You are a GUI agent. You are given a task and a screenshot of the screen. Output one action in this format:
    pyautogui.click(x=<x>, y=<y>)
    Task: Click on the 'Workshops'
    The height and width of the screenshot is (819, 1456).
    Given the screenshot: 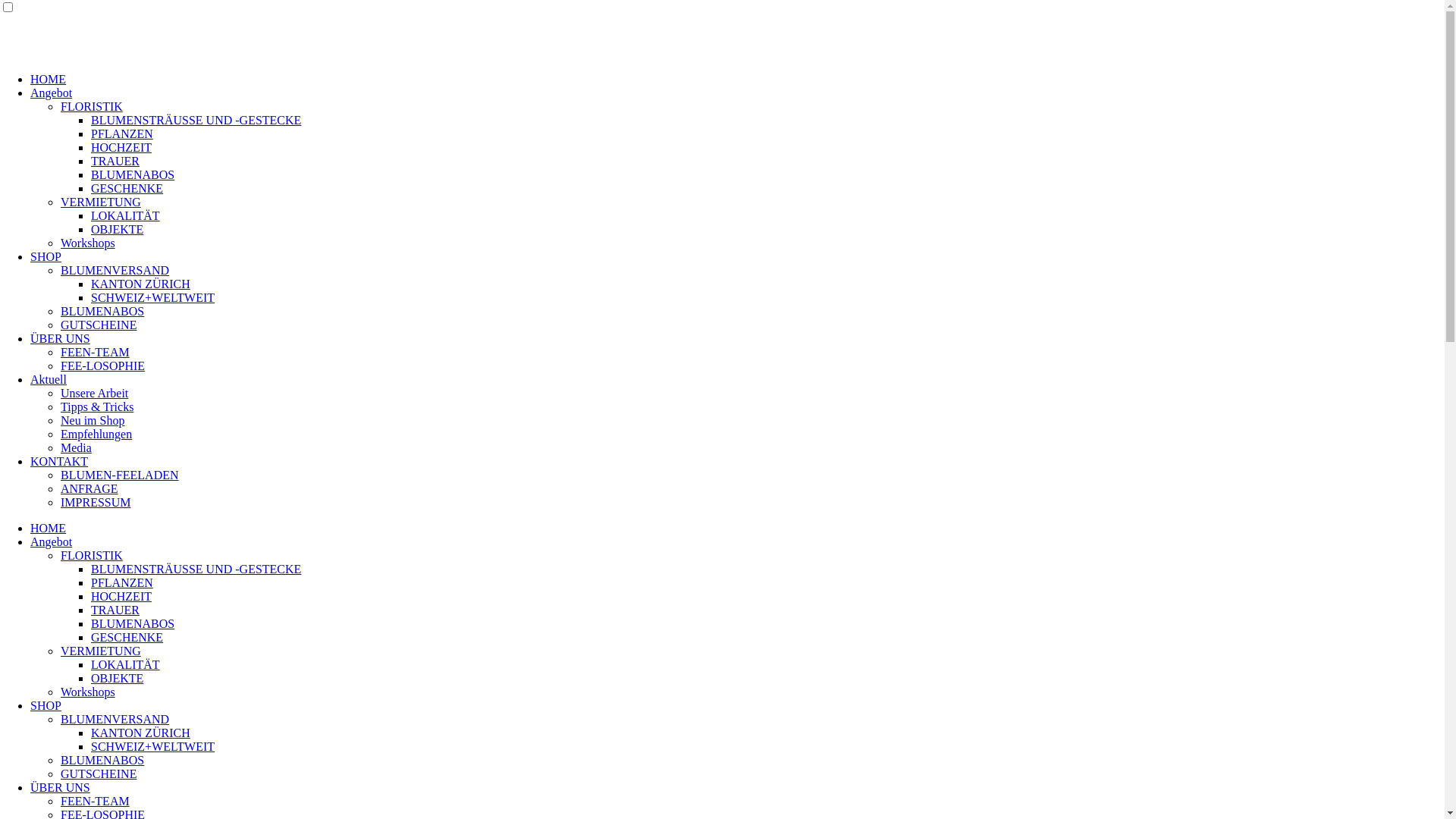 What is the action you would take?
    pyautogui.click(x=86, y=242)
    